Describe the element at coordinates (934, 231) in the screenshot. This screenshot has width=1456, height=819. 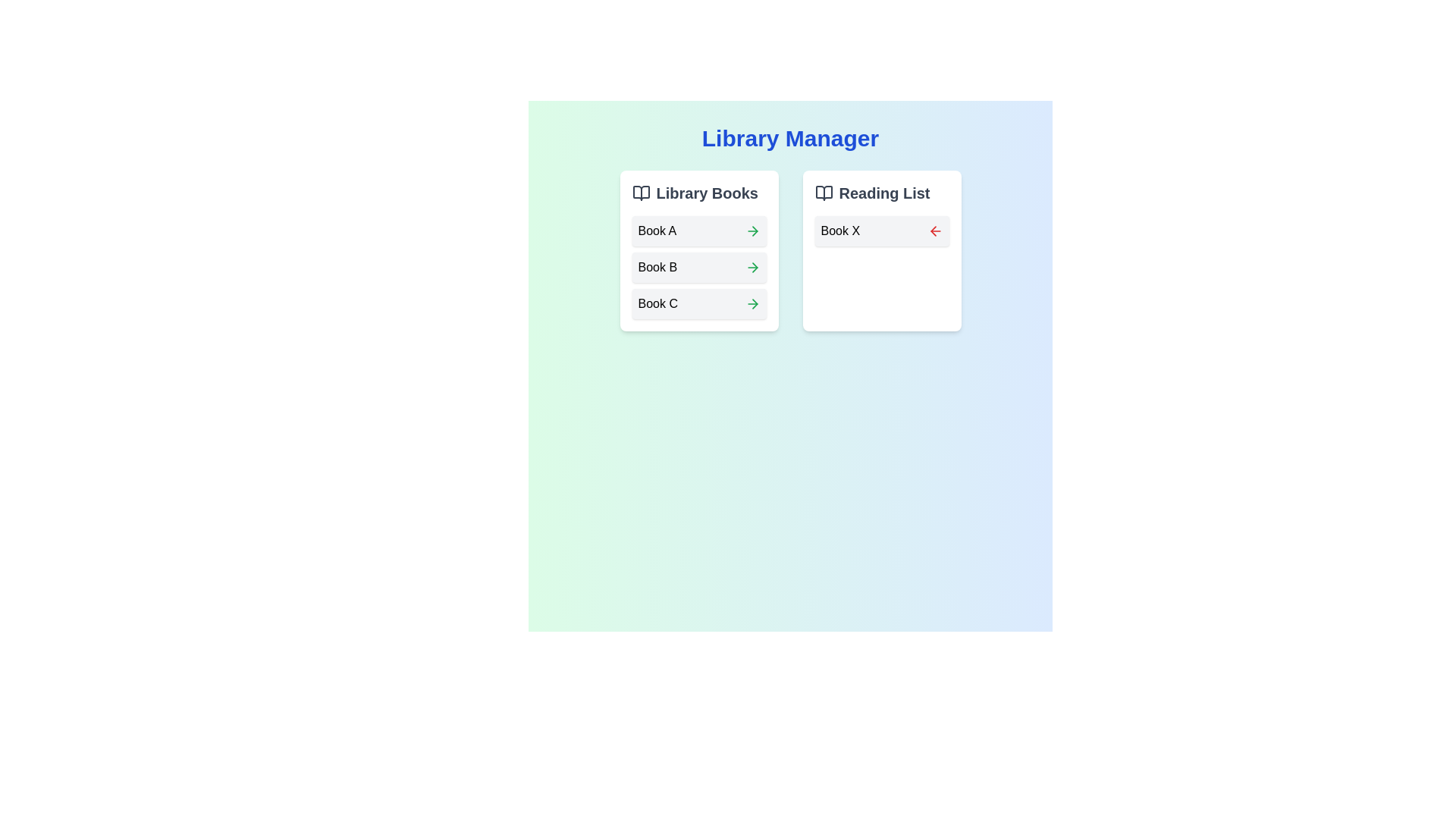
I see `the button icon located to the right of the text 'Book X' in the 'Reading List' section` at that location.